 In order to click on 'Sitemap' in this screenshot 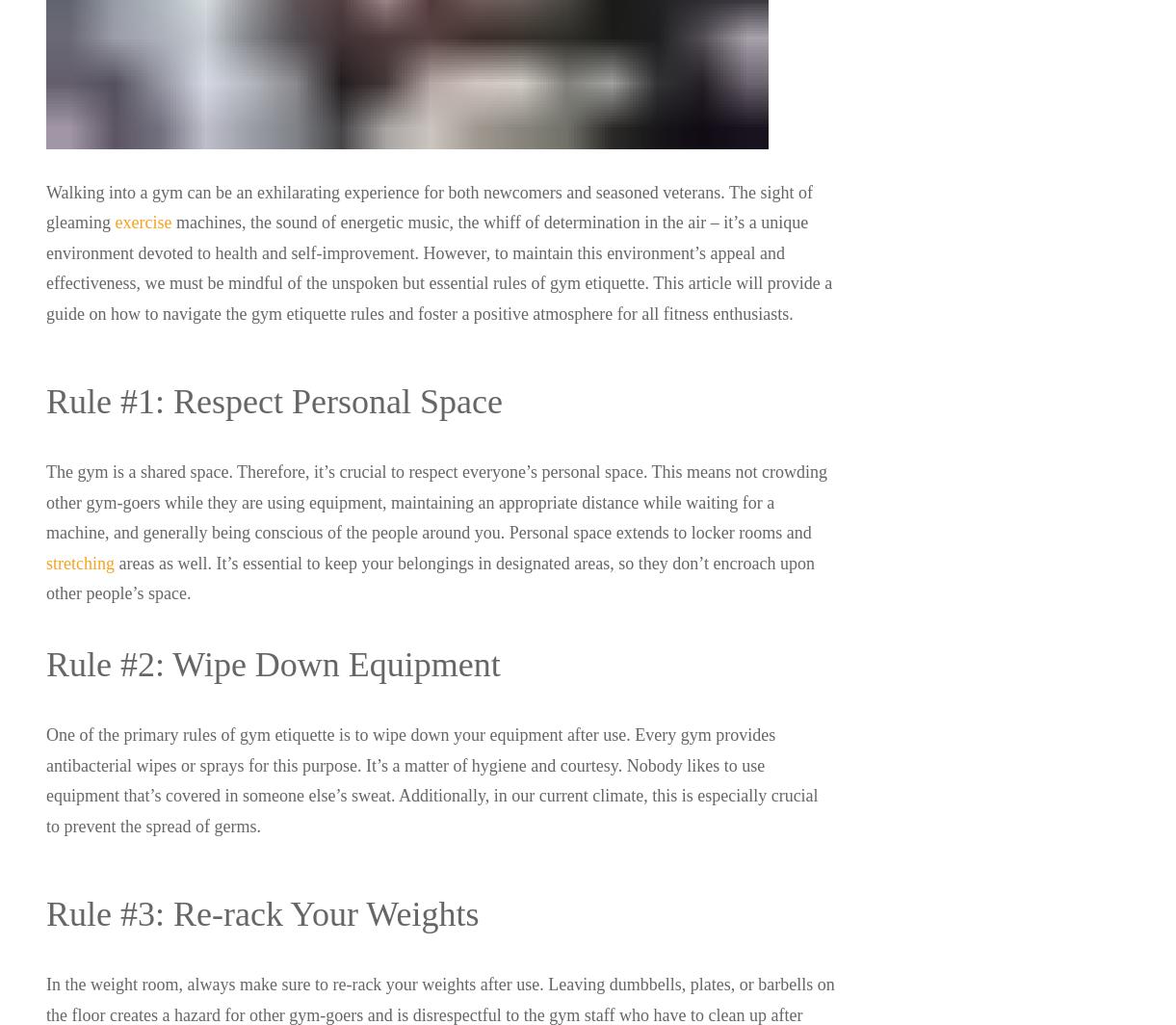, I will do `click(650, 887)`.